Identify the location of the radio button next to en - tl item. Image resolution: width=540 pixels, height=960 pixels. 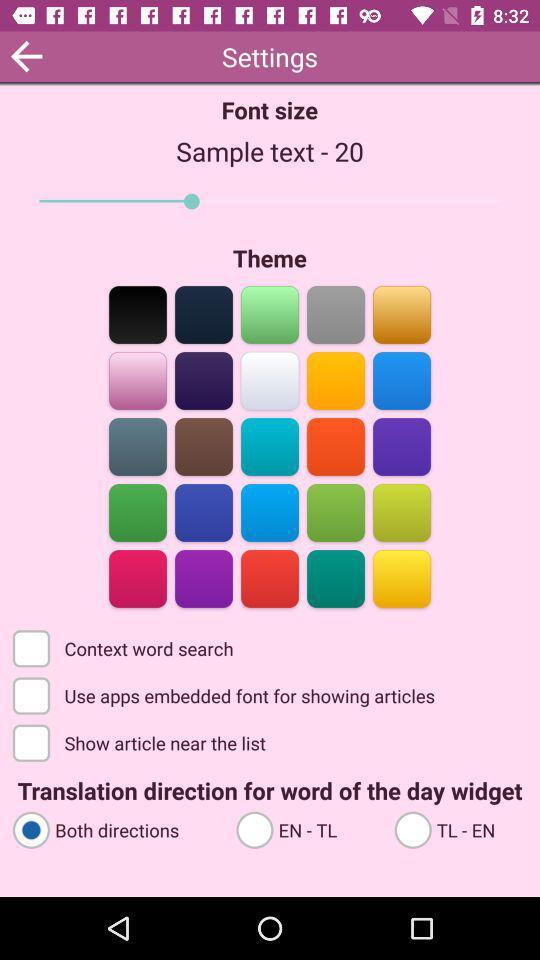
(115, 829).